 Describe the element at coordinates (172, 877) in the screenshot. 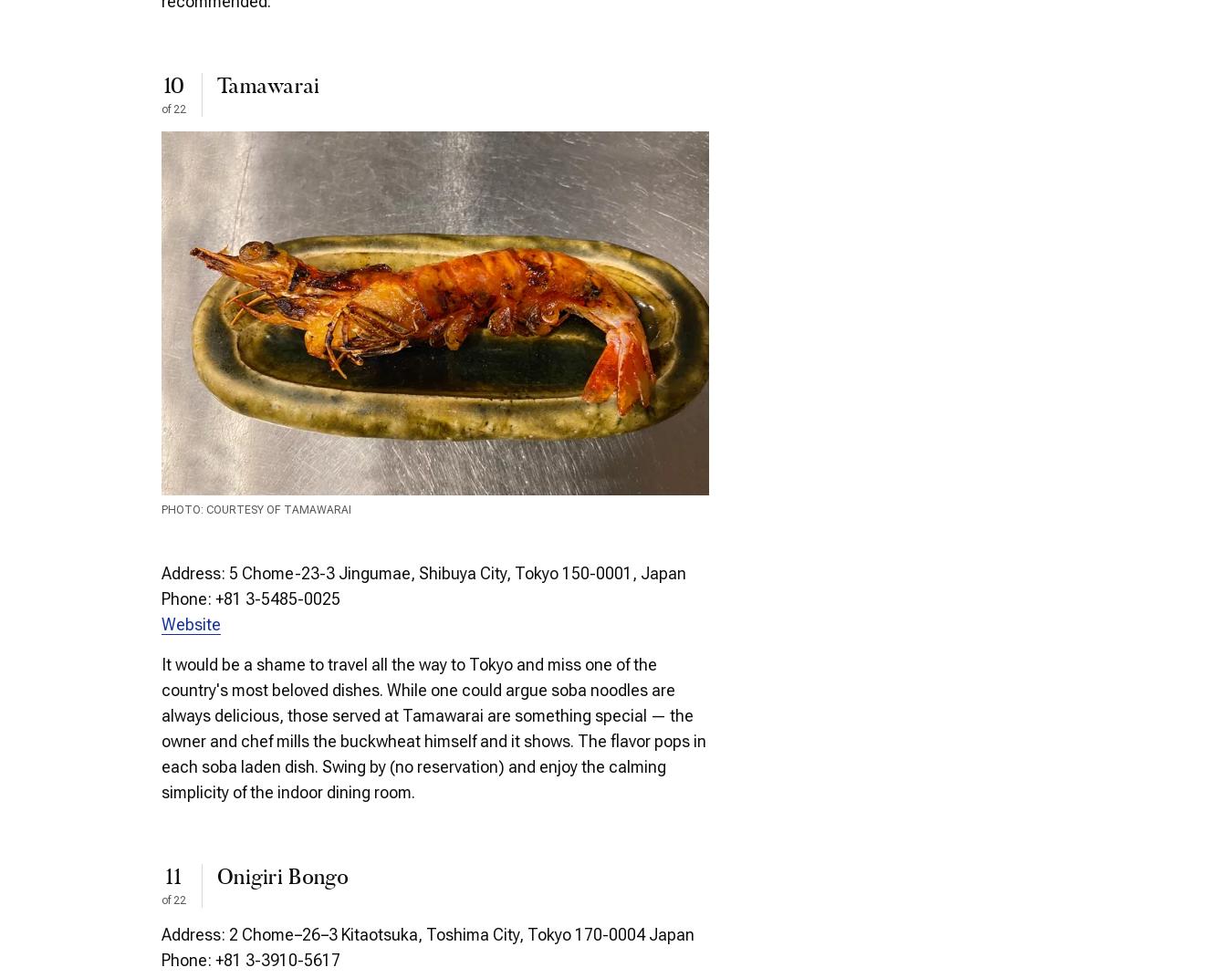

I see `'11'` at that location.